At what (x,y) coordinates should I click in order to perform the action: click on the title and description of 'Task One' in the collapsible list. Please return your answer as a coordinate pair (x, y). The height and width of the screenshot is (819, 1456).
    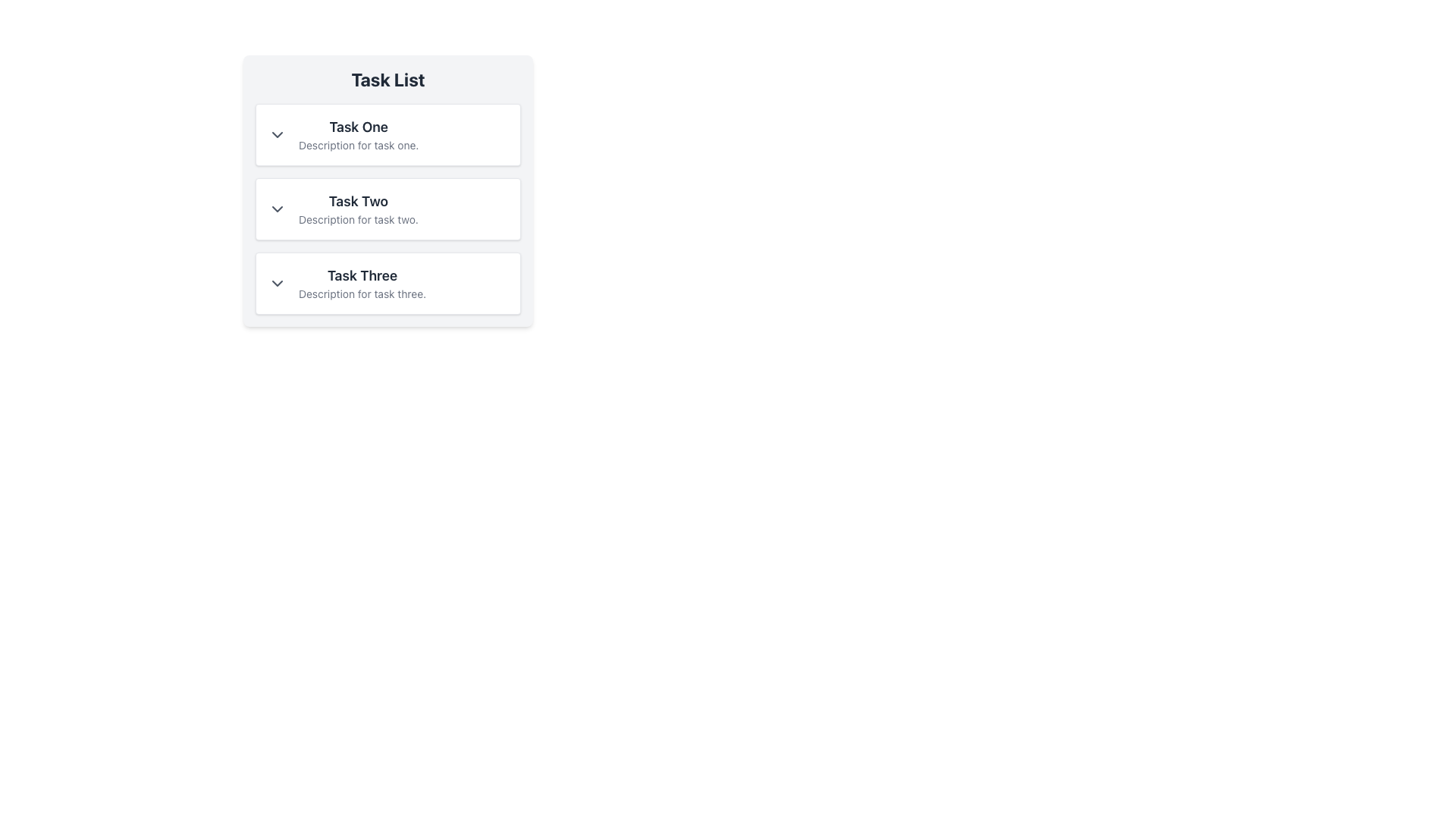
    Looking at the image, I should click on (388, 133).